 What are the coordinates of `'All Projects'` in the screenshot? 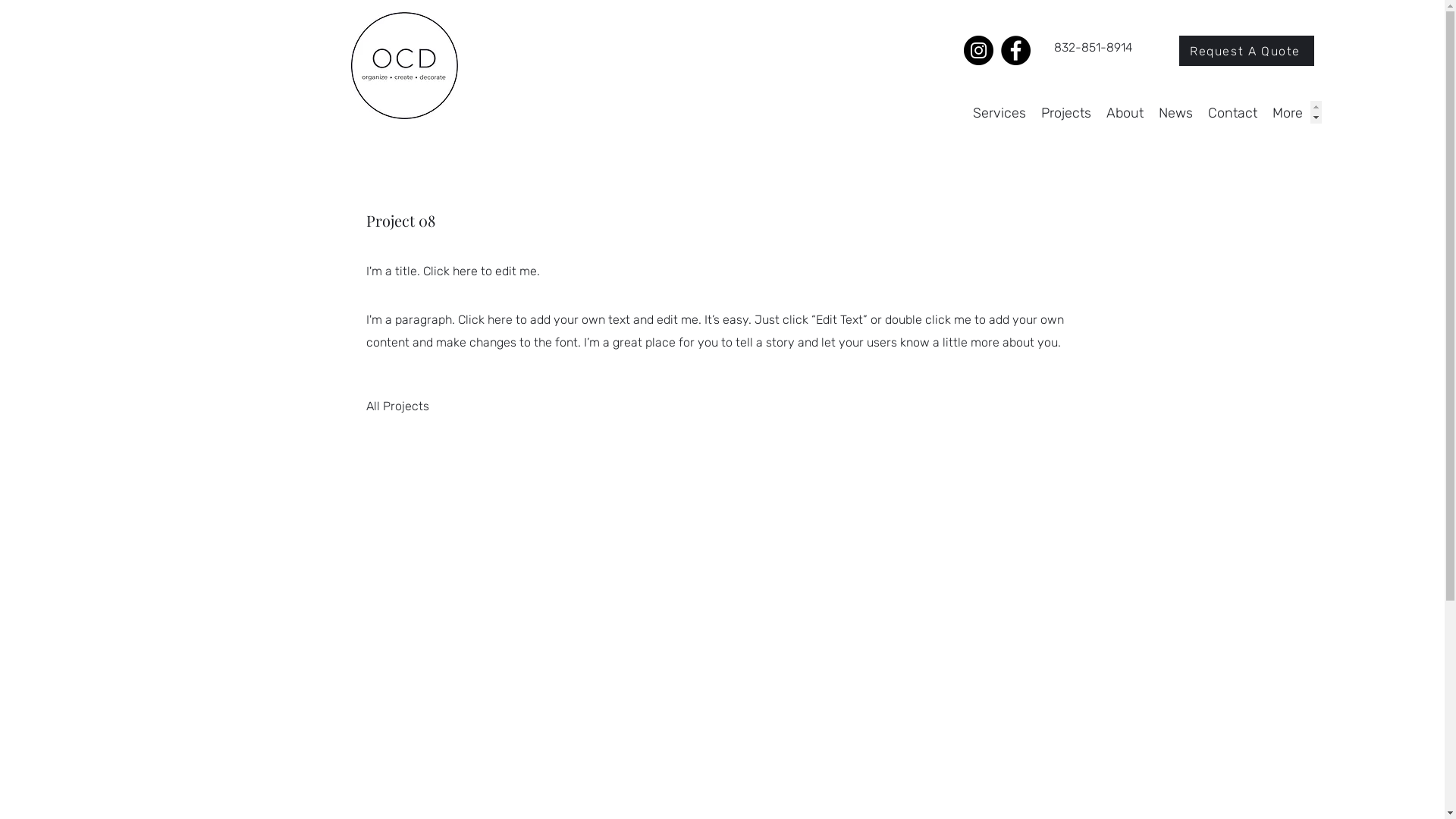 It's located at (397, 406).